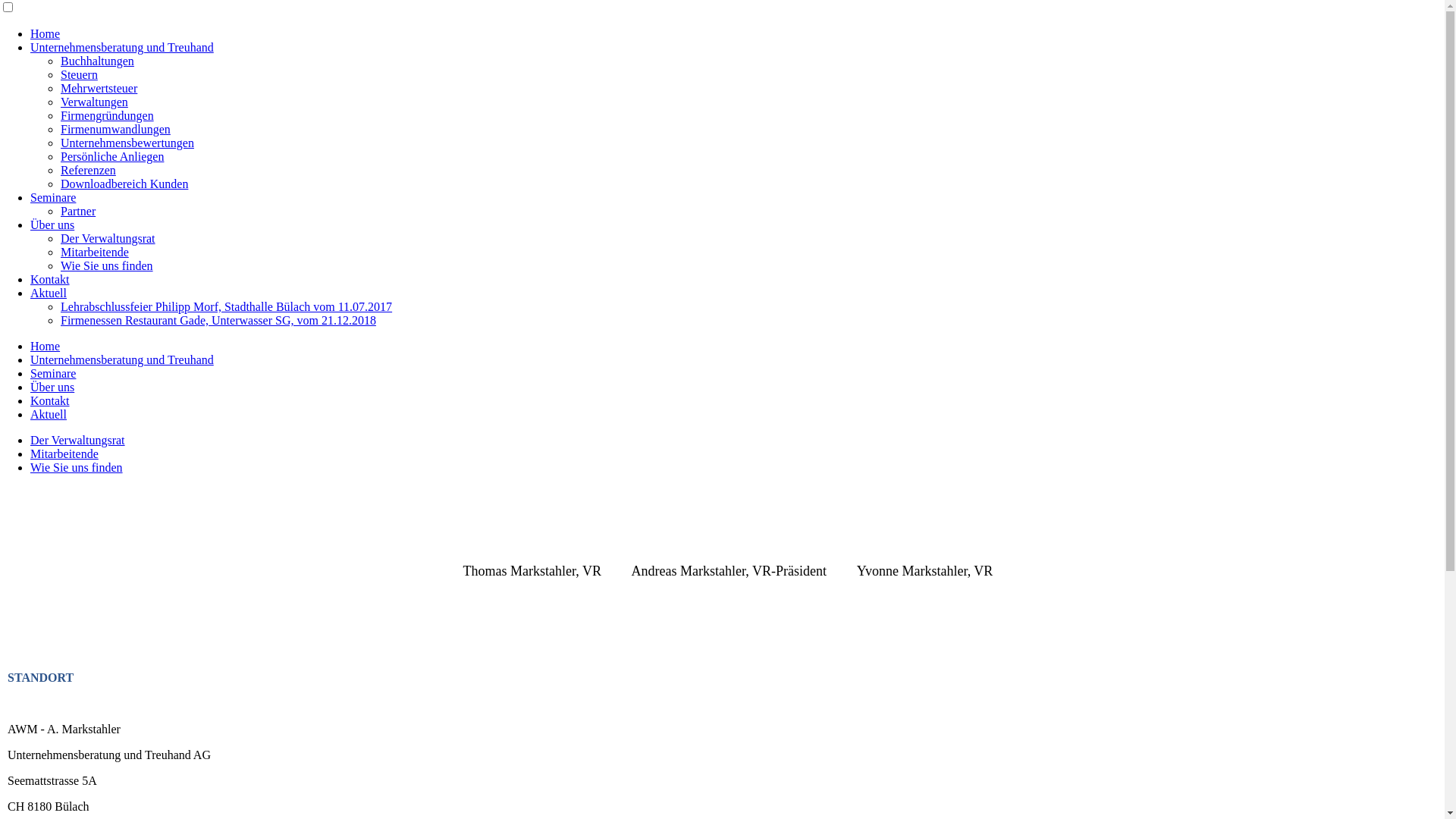  I want to click on 'Der Verwaltungsrat', so click(30, 440).